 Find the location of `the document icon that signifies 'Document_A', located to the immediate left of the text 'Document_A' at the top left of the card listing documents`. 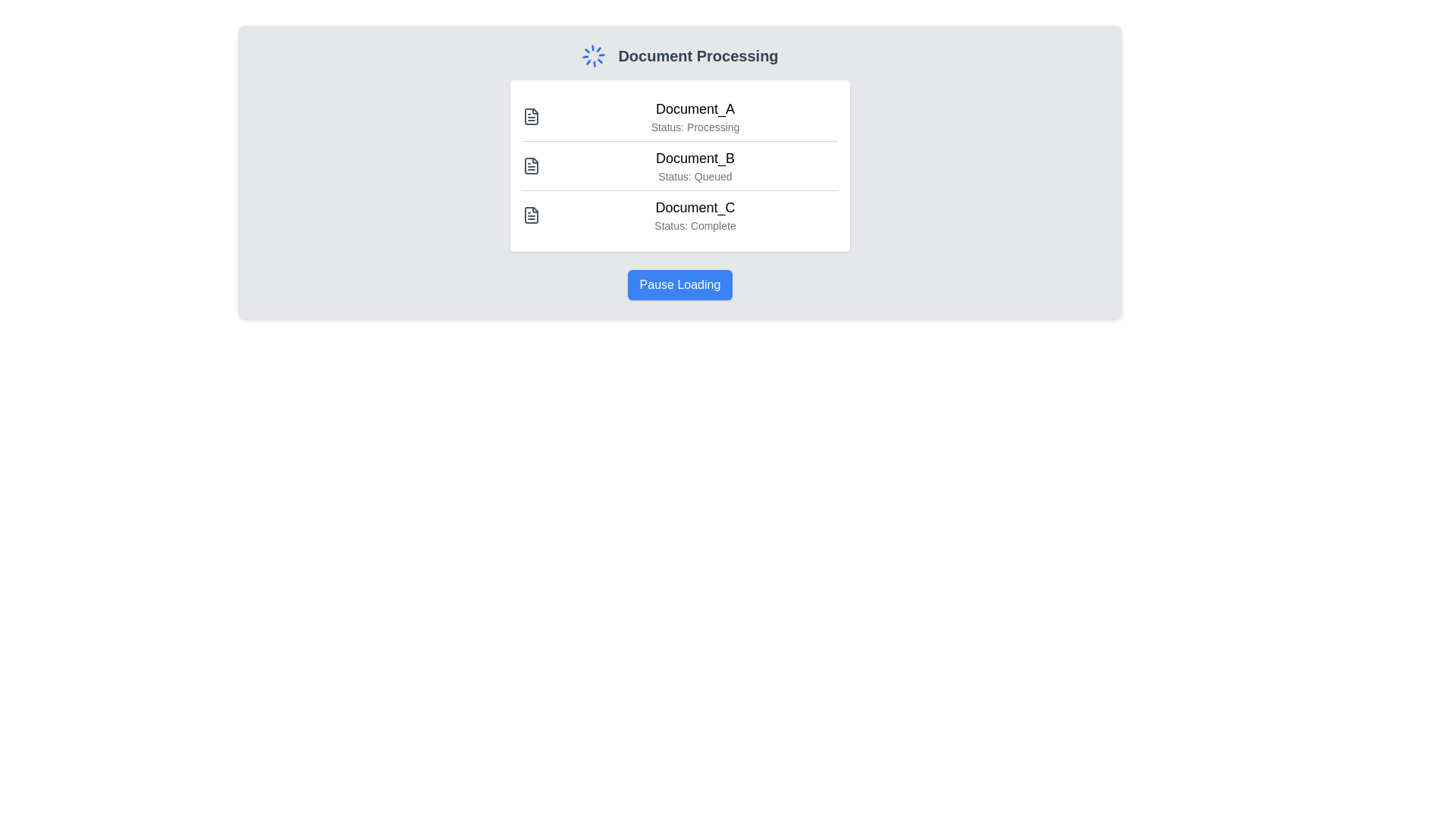

the document icon that signifies 'Document_A', located to the immediate left of the text 'Document_A' at the top left of the card listing documents is located at coordinates (531, 116).